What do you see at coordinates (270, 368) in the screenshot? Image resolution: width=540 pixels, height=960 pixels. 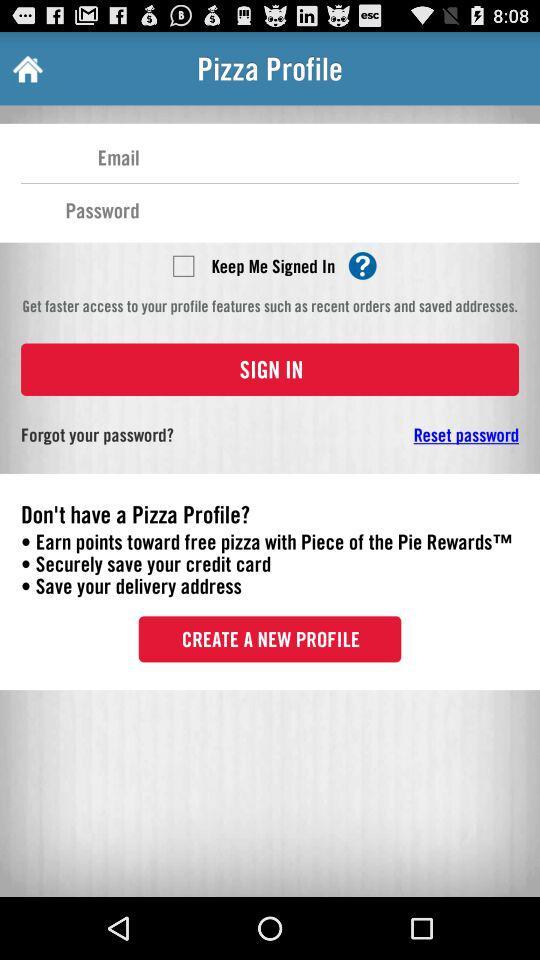 I see `the sign in button` at bounding box center [270, 368].